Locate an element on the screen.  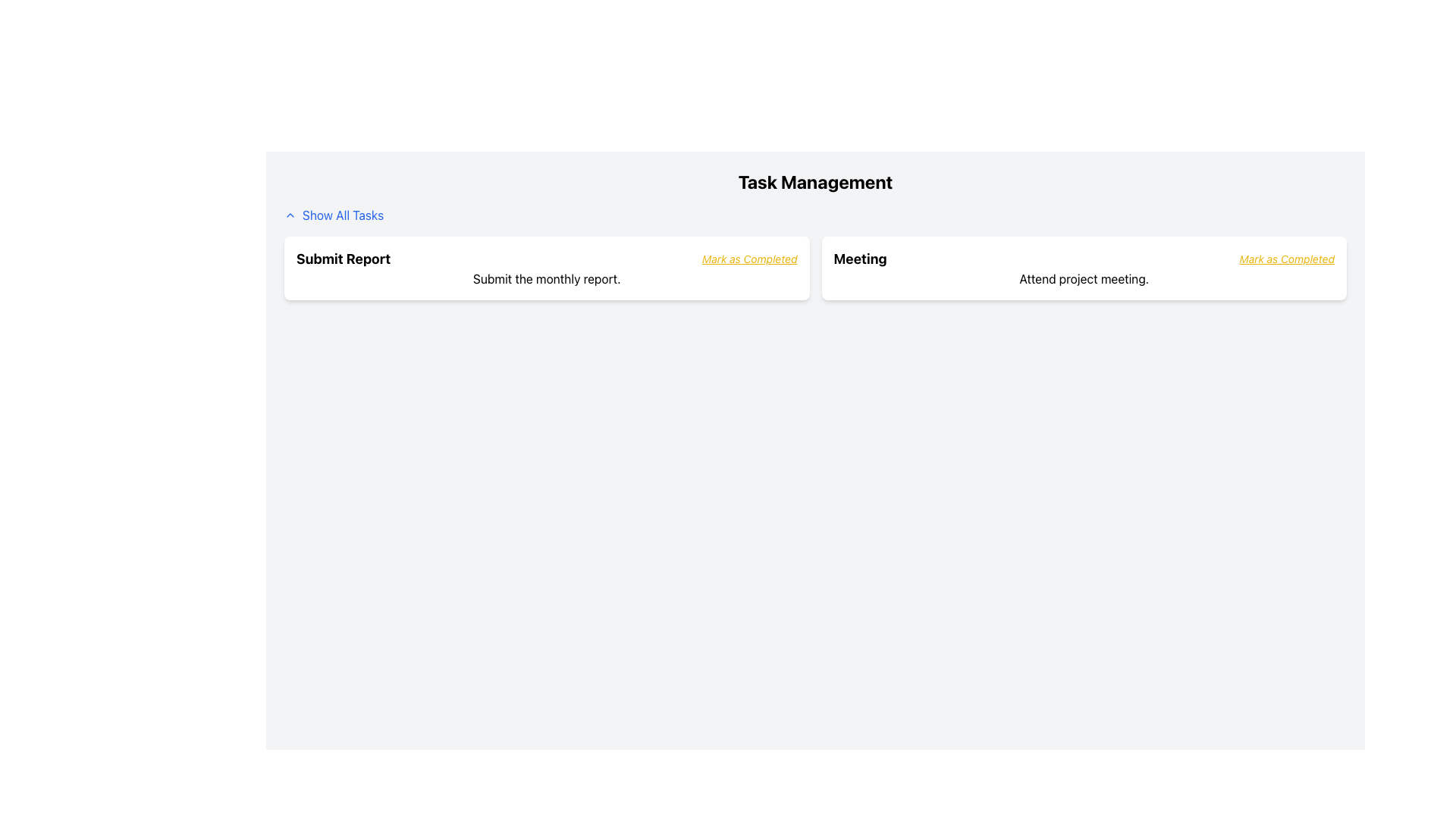
the upward motion icon located to the left of the 'Show All Tasks' text is located at coordinates (290, 215).